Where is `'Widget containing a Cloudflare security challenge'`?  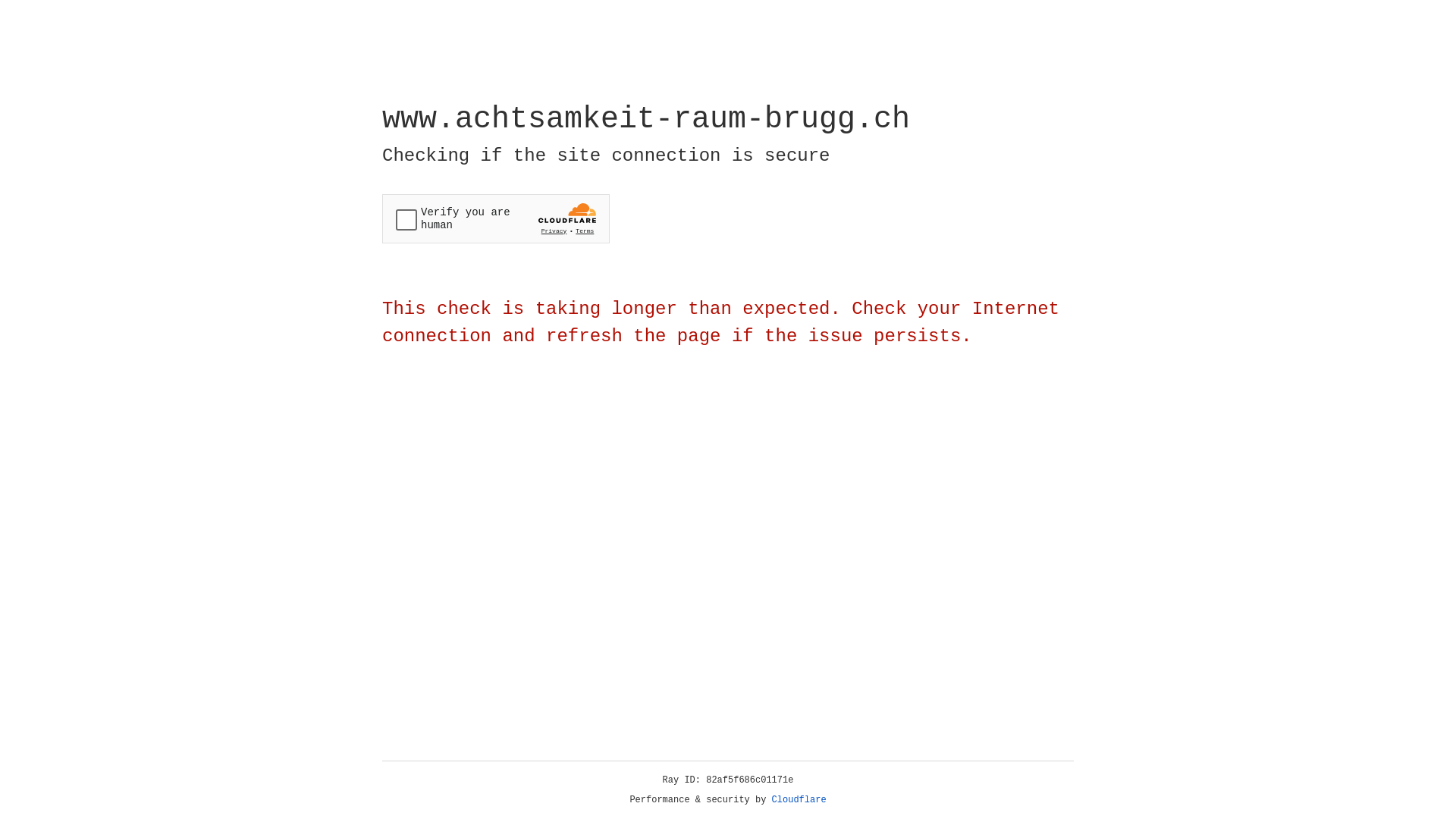 'Widget containing a Cloudflare security challenge' is located at coordinates (495, 218).